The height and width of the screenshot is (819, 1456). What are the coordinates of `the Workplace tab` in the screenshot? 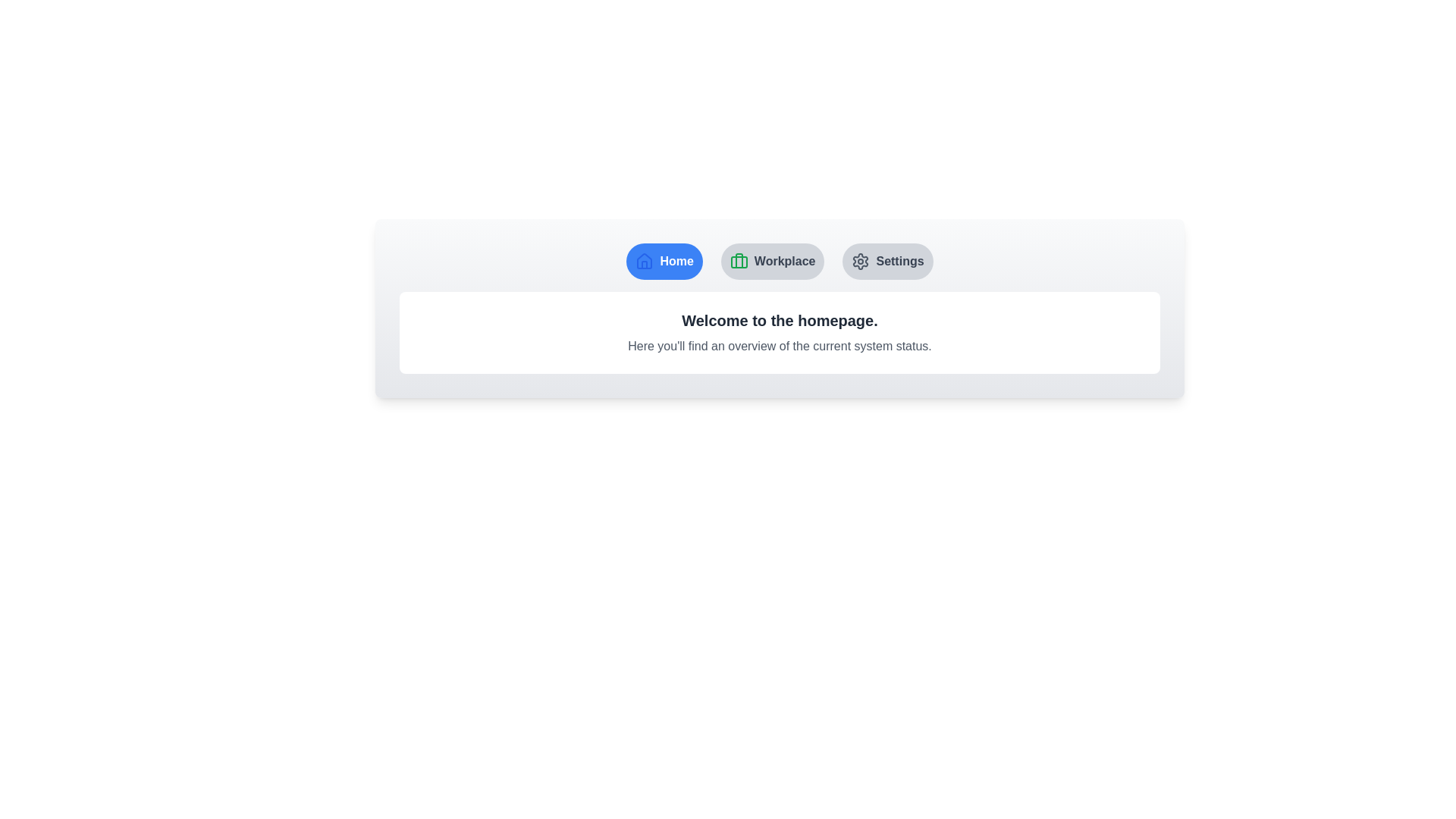 It's located at (773, 260).